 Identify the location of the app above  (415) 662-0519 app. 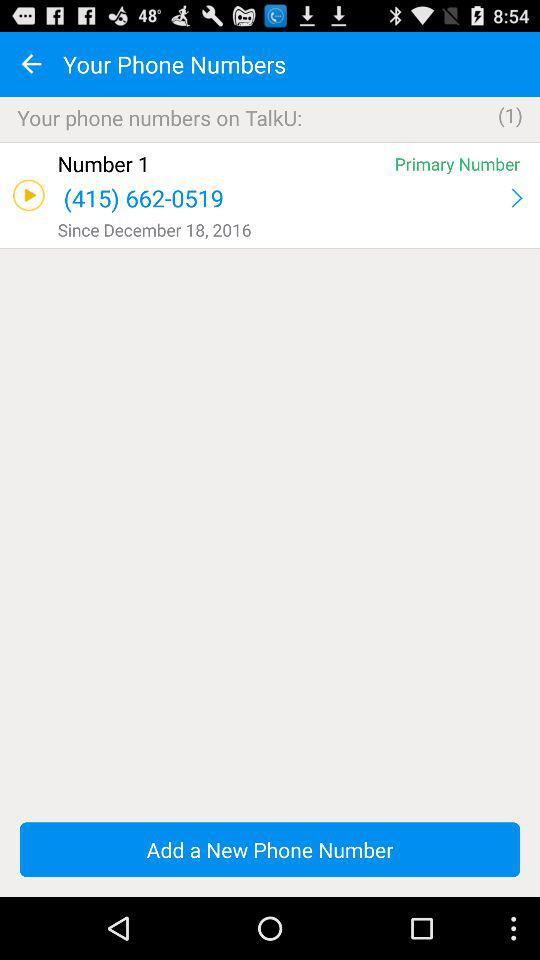
(457, 162).